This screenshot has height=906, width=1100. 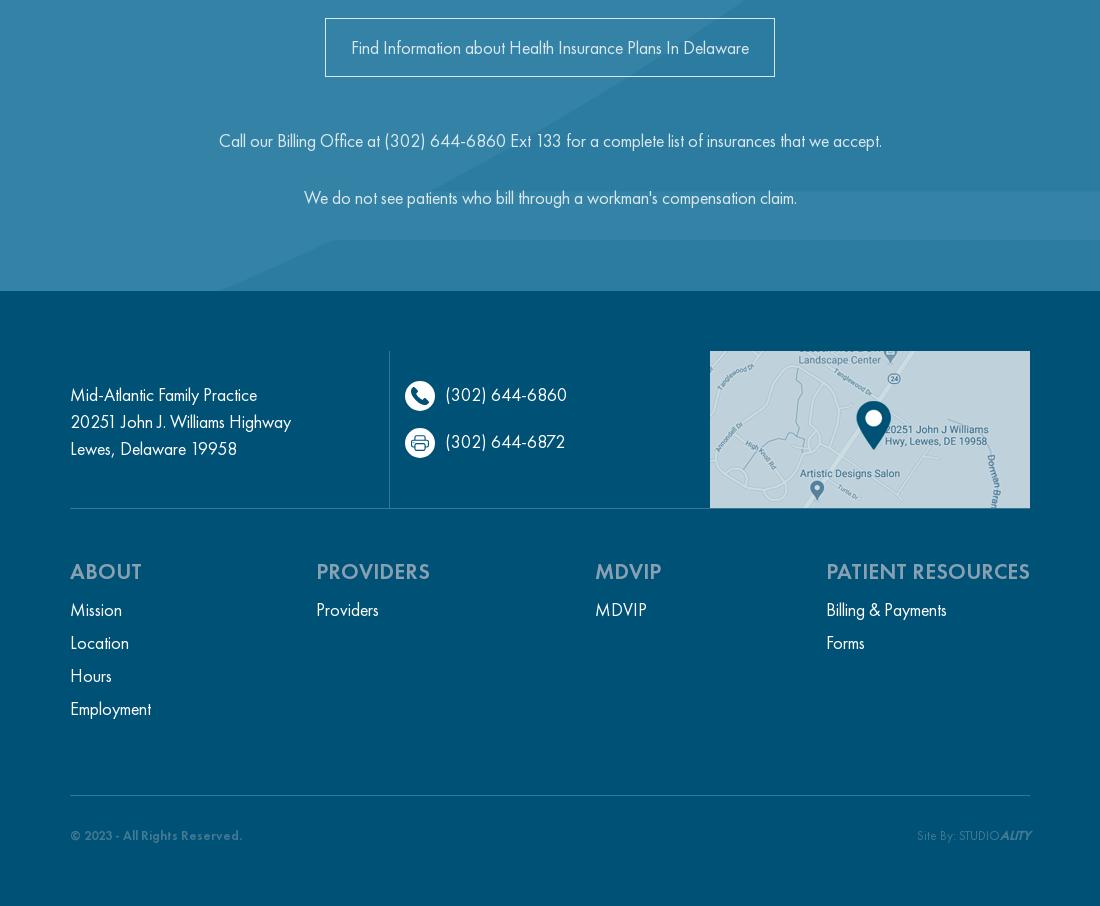 I want to click on '(302) 644-6872', so click(x=505, y=440).